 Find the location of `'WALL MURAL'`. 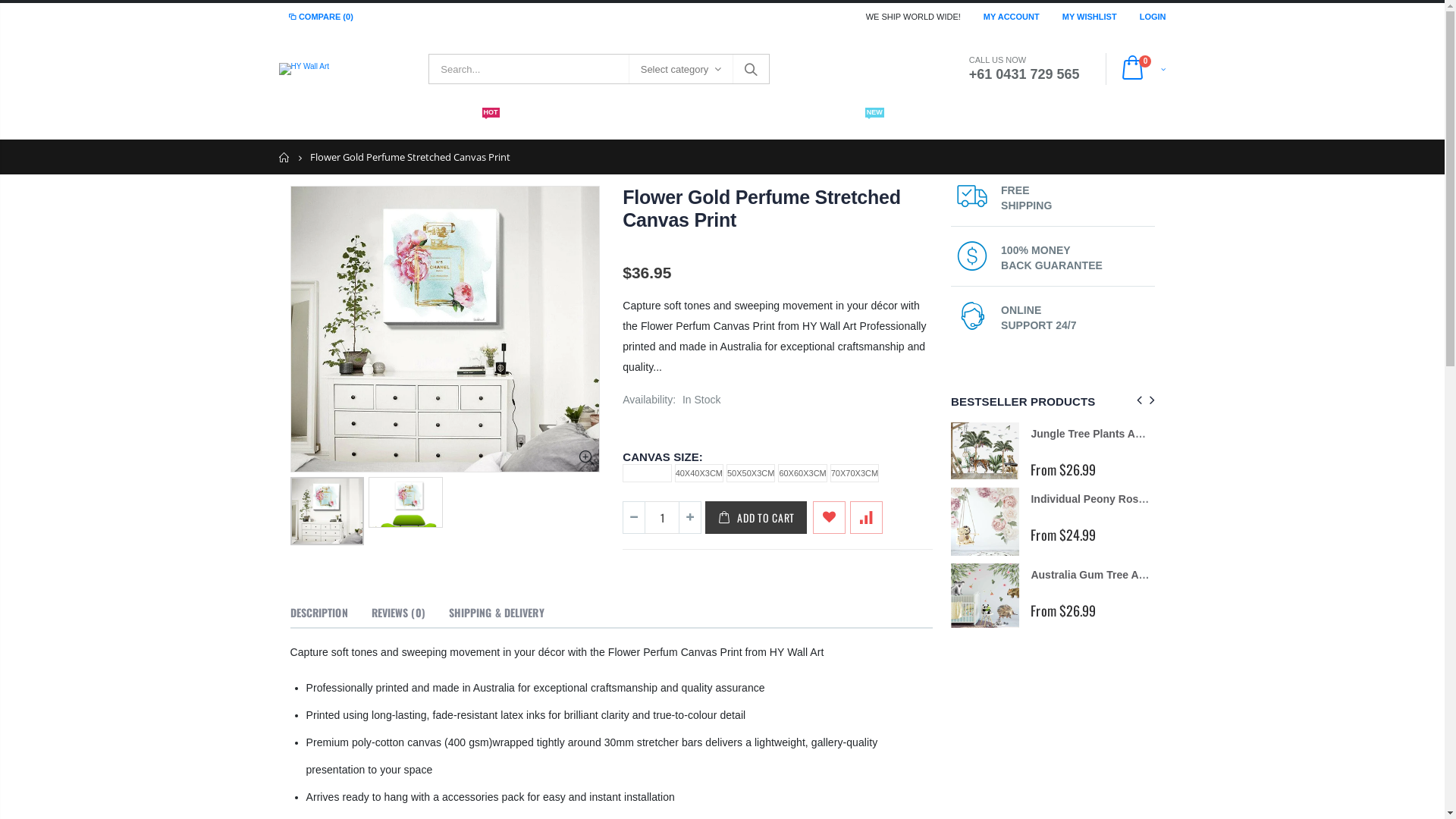

'WALL MURAL' is located at coordinates (747, 122).